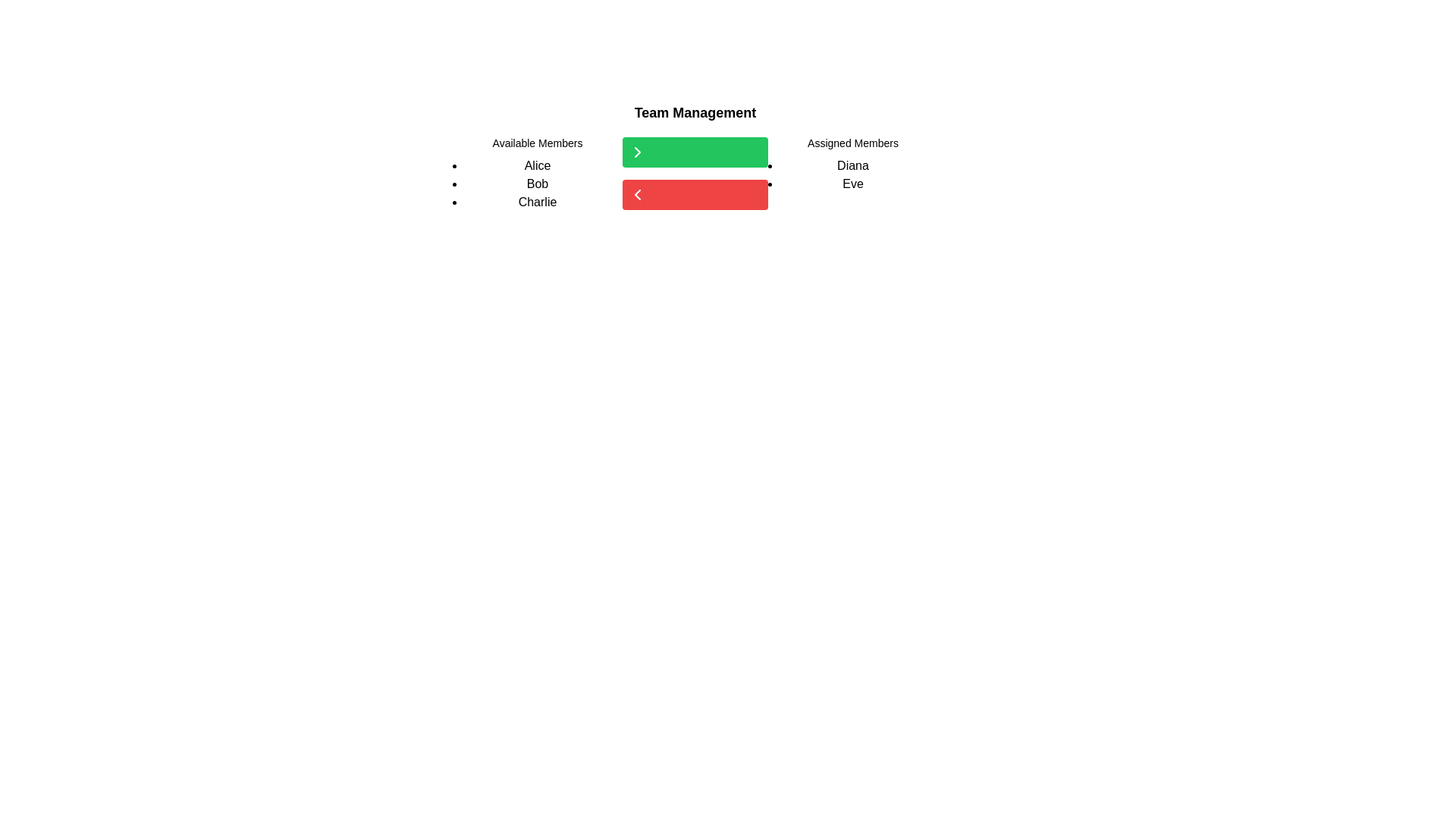 The width and height of the screenshot is (1456, 819). What do you see at coordinates (852, 166) in the screenshot?
I see `the text element labeled 'Diana' in the 'Assigned Members' area, which is styled in black and positioned as the first item in the list` at bounding box center [852, 166].